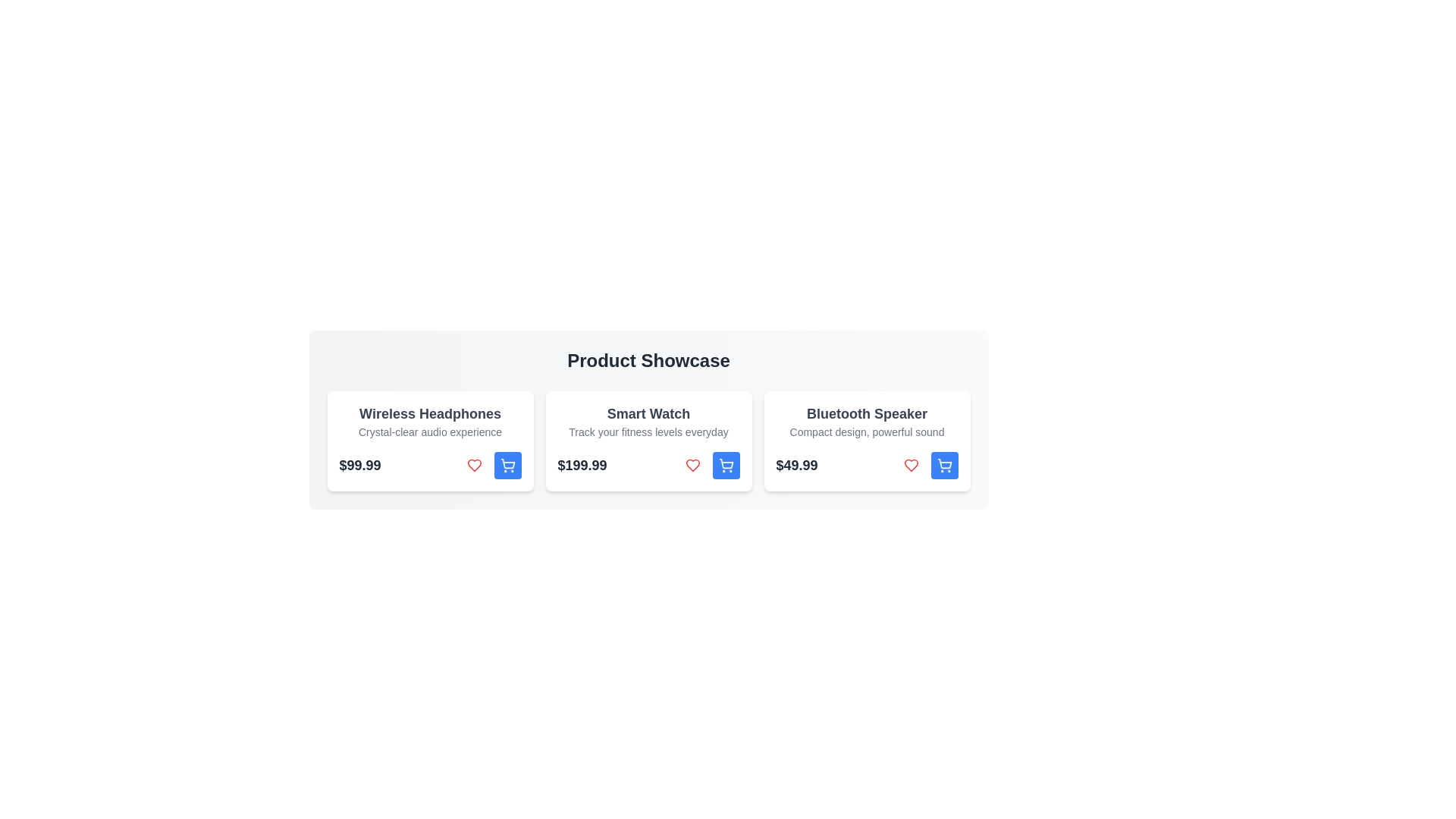 Image resolution: width=1456 pixels, height=819 pixels. Describe the element at coordinates (725, 464) in the screenshot. I see `add-to-cart button for the product Smart Watch` at that location.